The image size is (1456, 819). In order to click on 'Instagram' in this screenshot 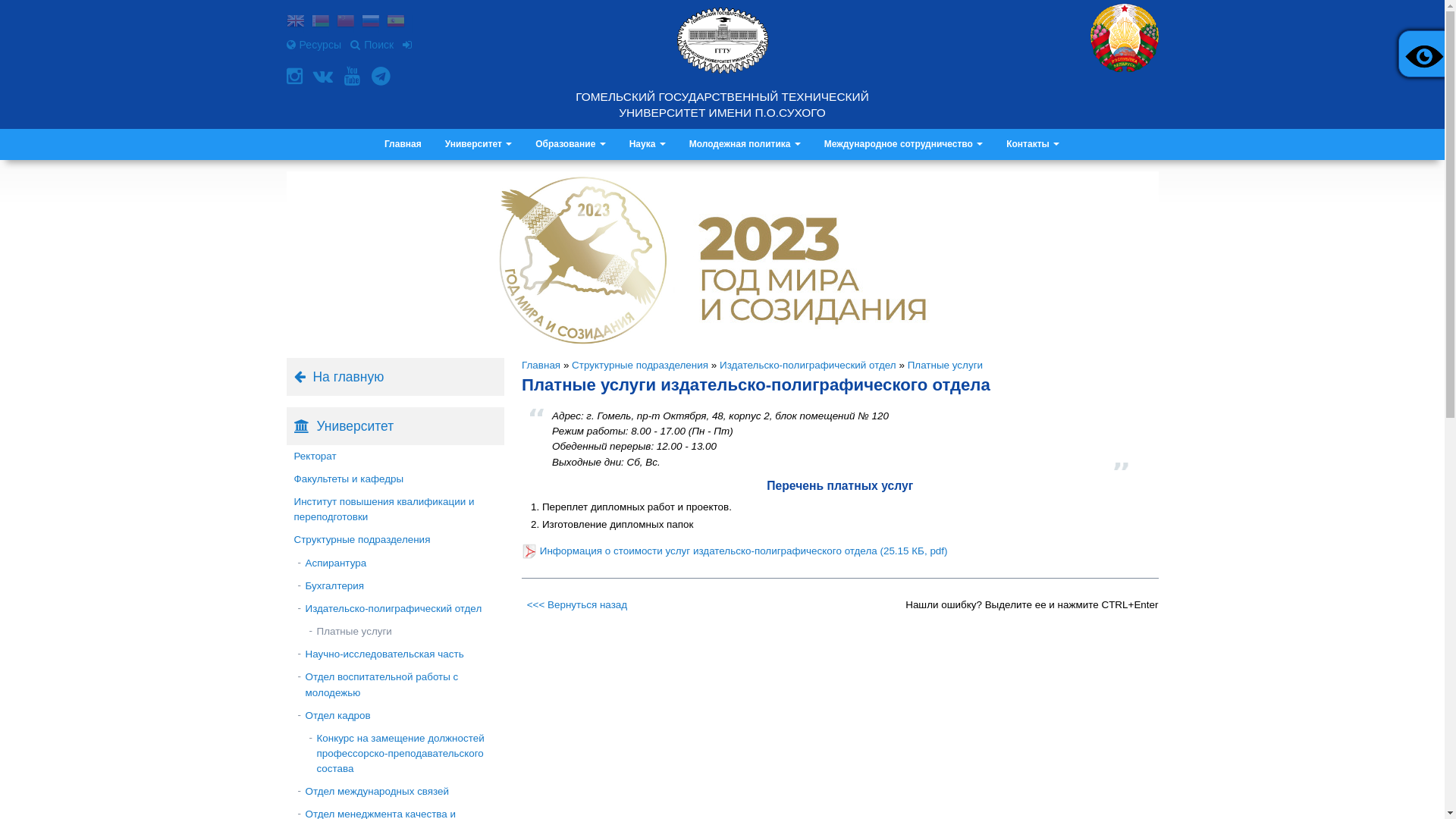, I will do `click(296, 76)`.